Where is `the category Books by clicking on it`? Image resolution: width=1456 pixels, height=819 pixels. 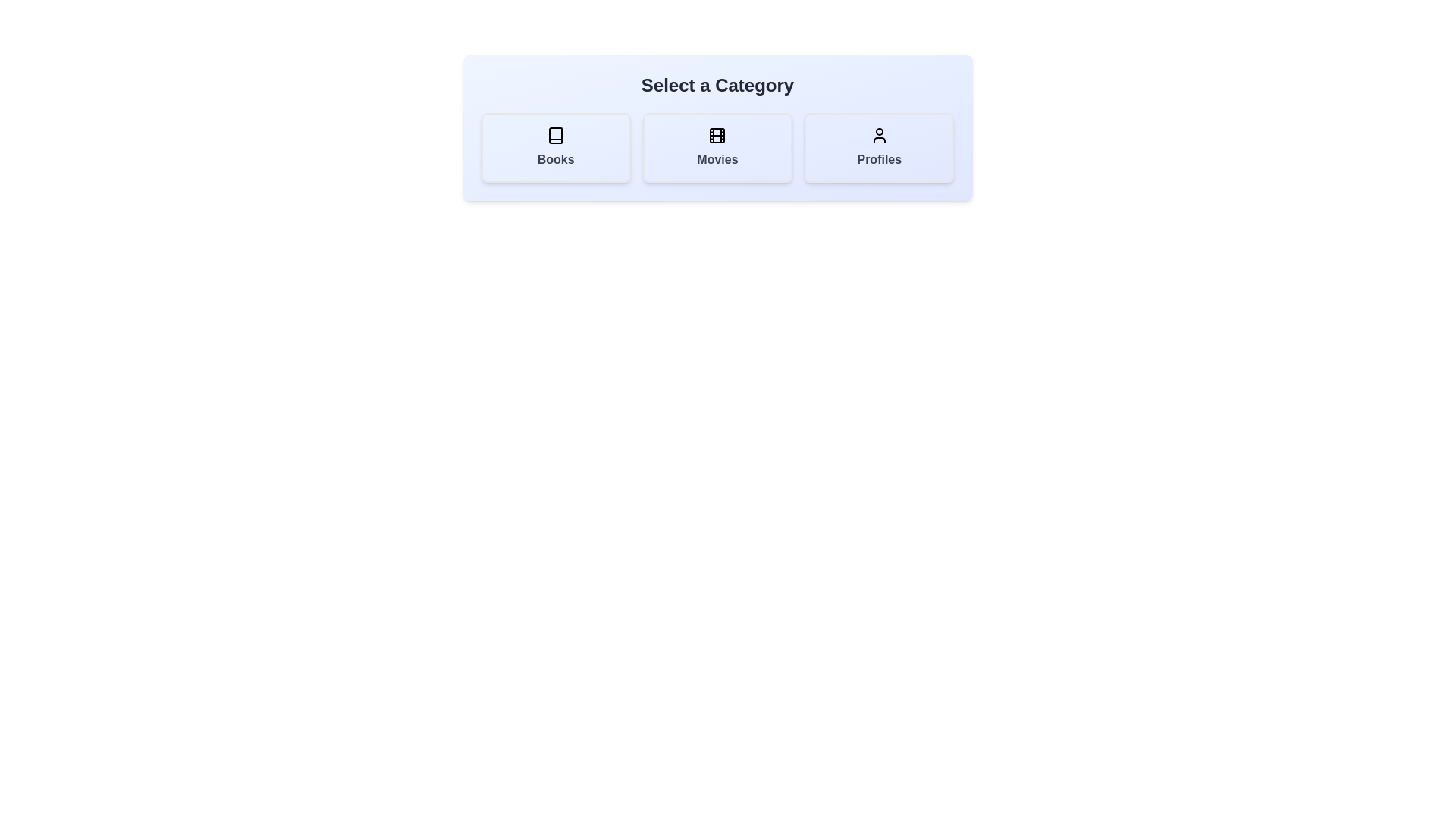
the category Books by clicking on it is located at coordinates (555, 148).